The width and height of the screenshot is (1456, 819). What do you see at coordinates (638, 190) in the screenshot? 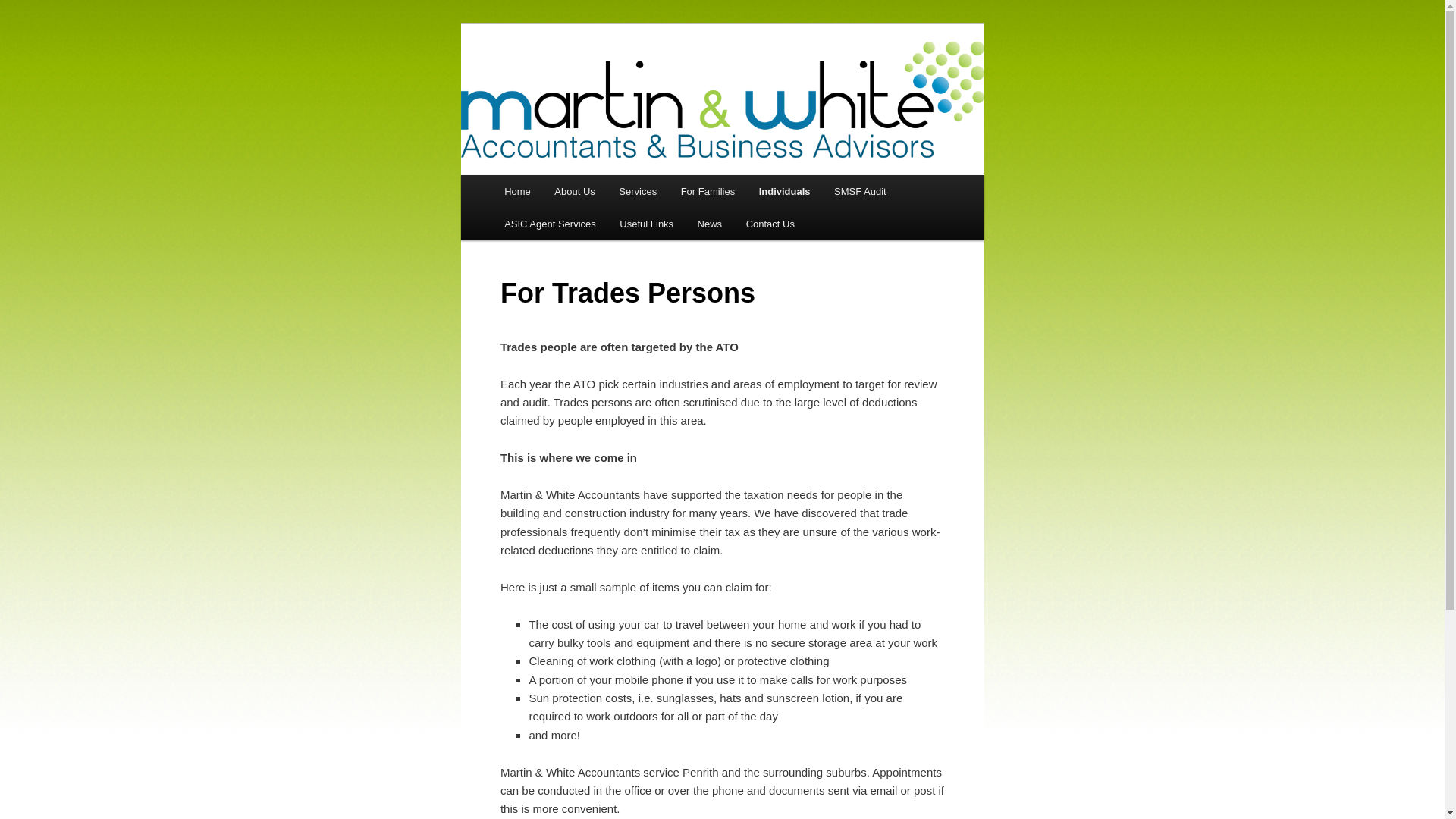
I see `'Services'` at bounding box center [638, 190].